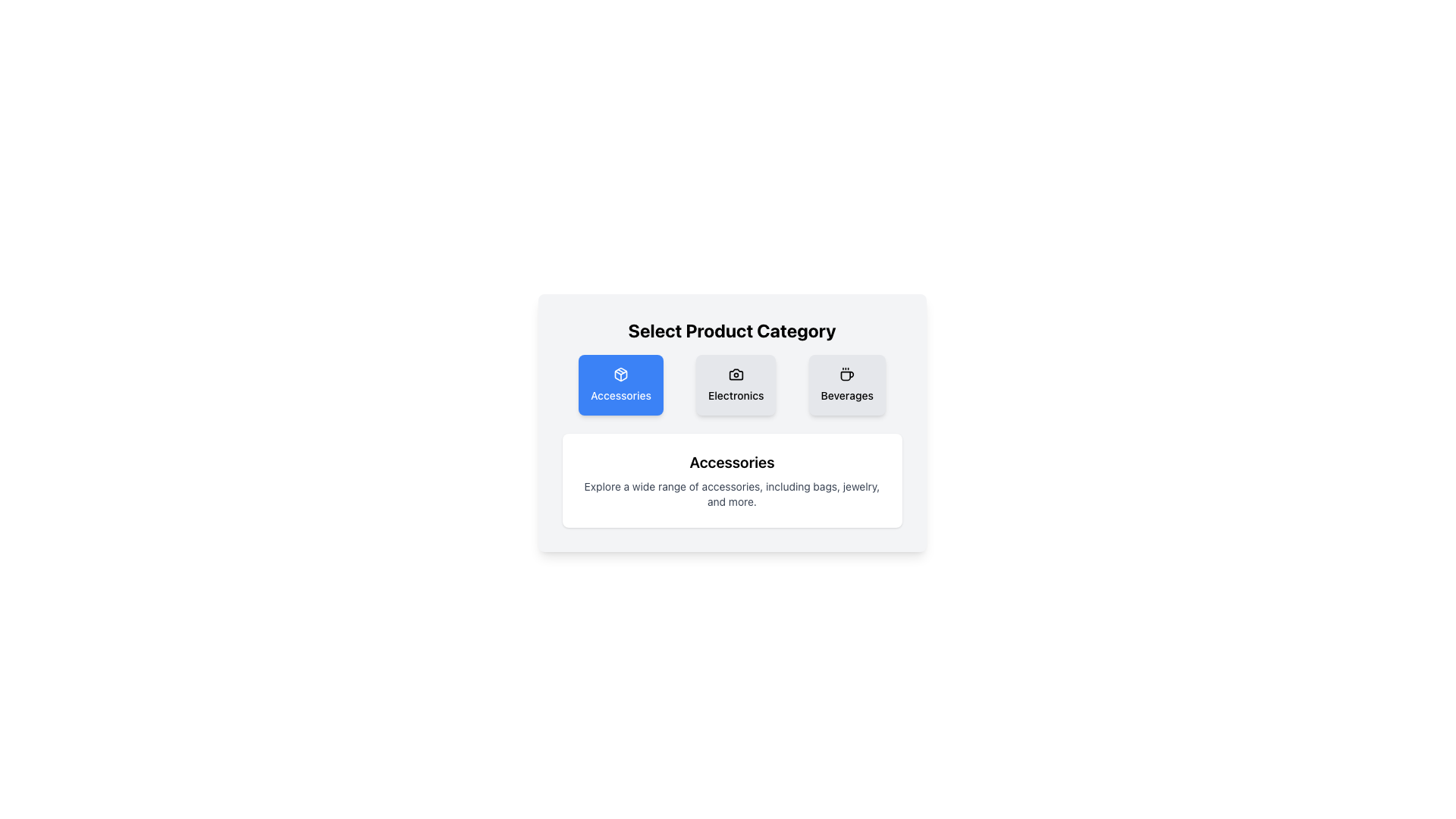 The width and height of the screenshot is (1456, 819). I want to click on the 'Accessories' text header which serves as a title indicating the category of products, so click(732, 461).